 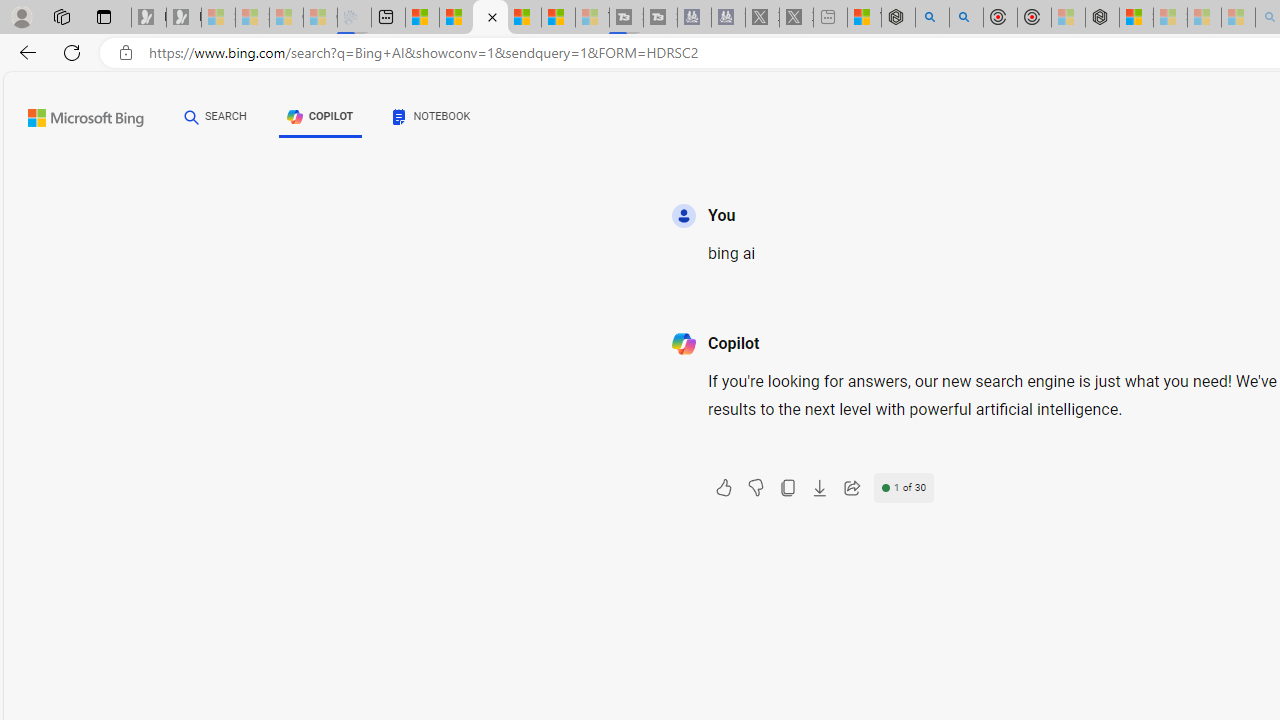 I want to click on 'Skip to content', so click(x=64, y=111).